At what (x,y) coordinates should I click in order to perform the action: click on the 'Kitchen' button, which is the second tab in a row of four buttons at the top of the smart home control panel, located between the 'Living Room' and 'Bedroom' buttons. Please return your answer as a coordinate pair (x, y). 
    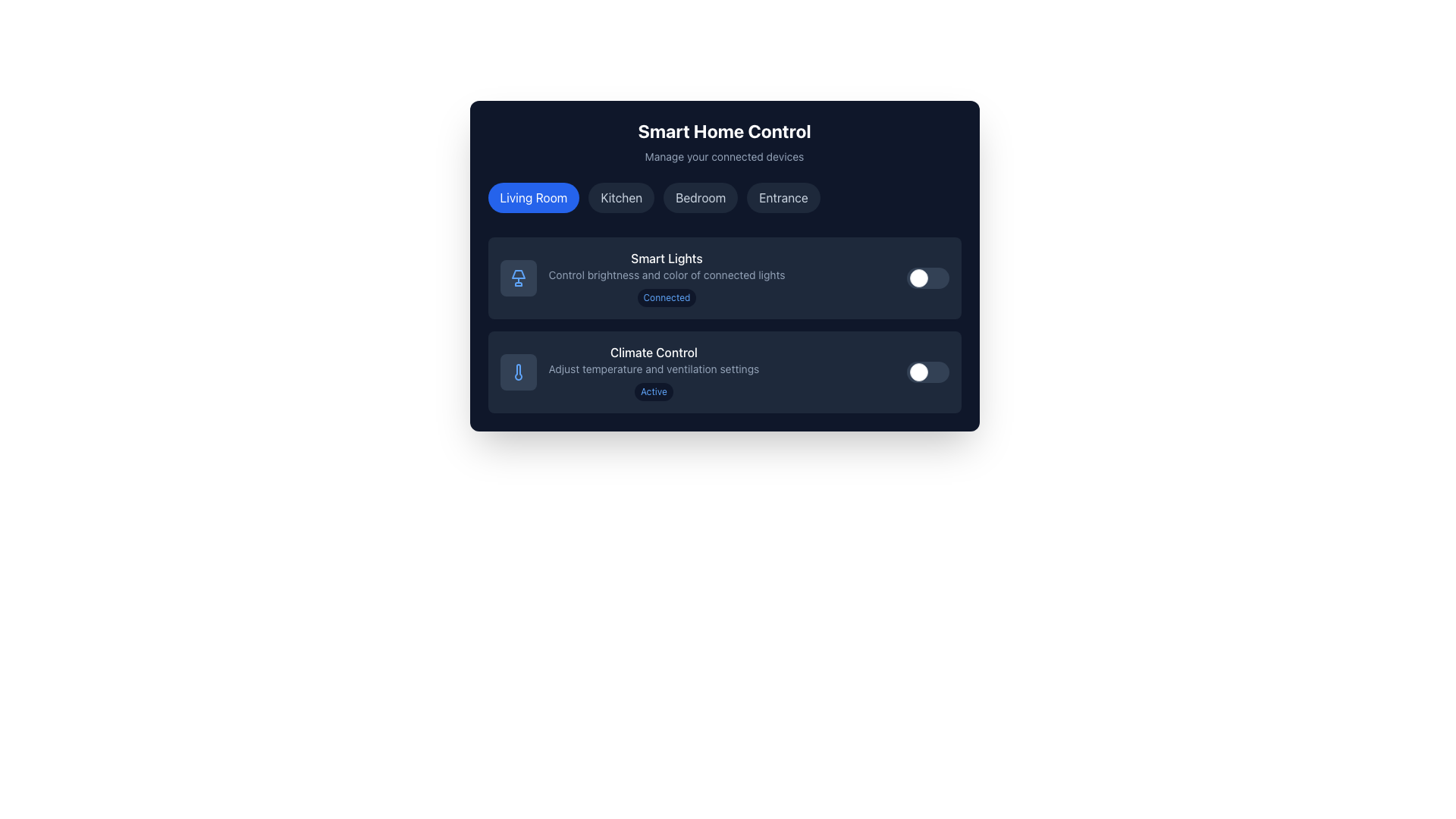
    Looking at the image, I should click on (621, 197).